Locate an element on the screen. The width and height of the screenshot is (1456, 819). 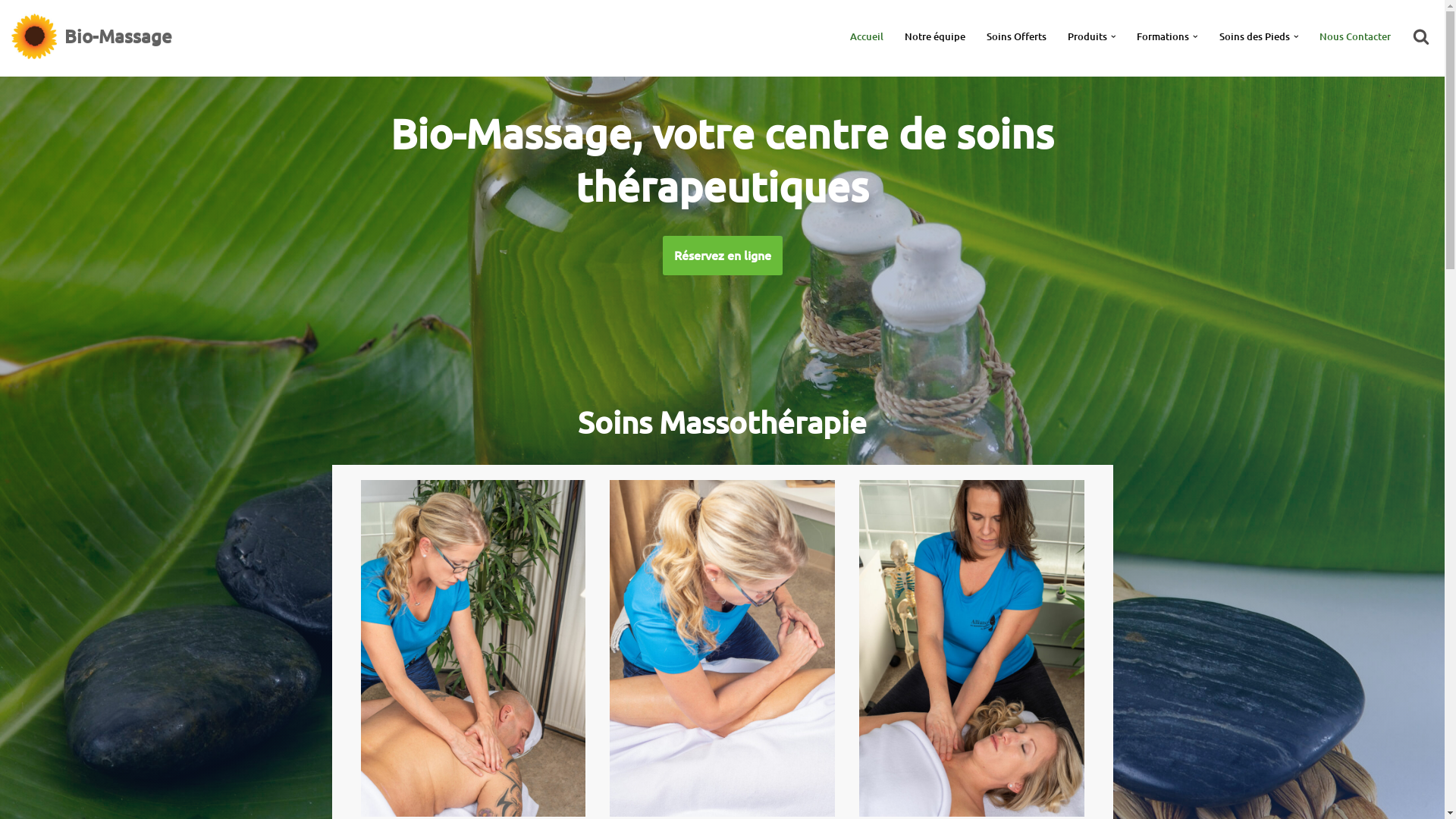
'Soins Offerts' is located at coordinates (1015, 35).